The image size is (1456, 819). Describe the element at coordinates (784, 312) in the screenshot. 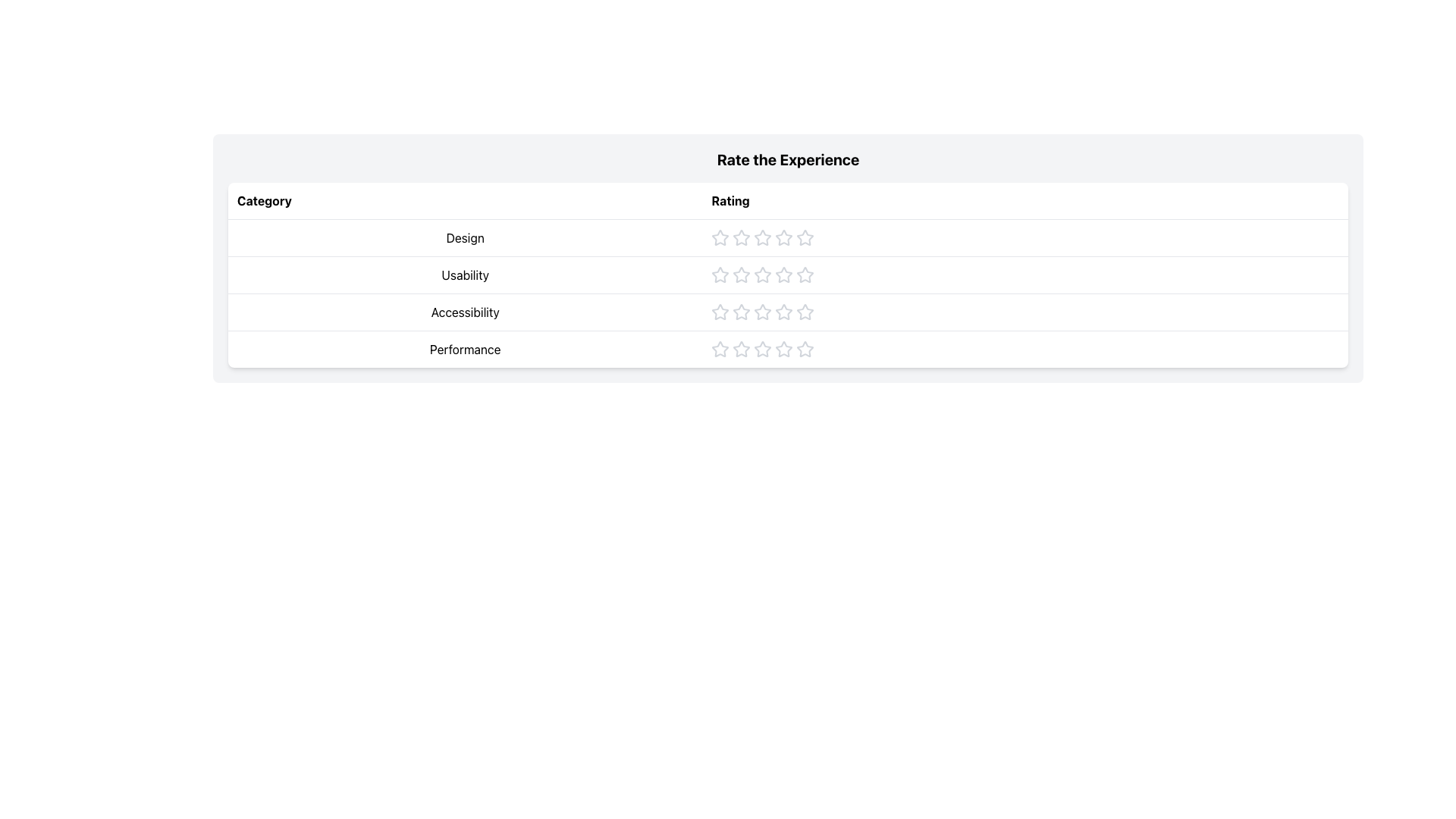

I see `the sixth light gray star-shaped icon in the 'Accessibility' row under the 'Rating' column to rate it` at that location.